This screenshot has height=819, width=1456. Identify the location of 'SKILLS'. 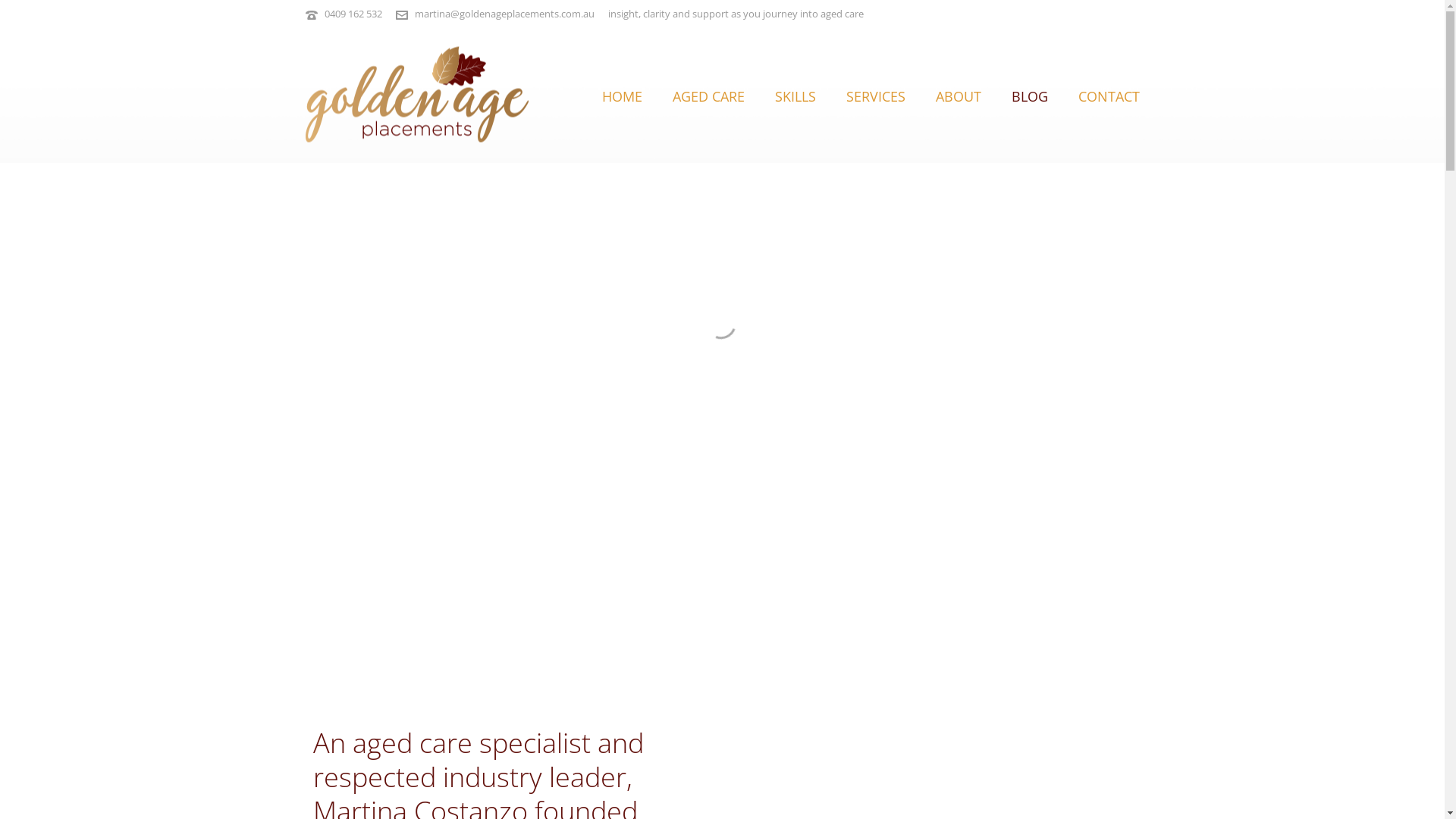
(795, 94).